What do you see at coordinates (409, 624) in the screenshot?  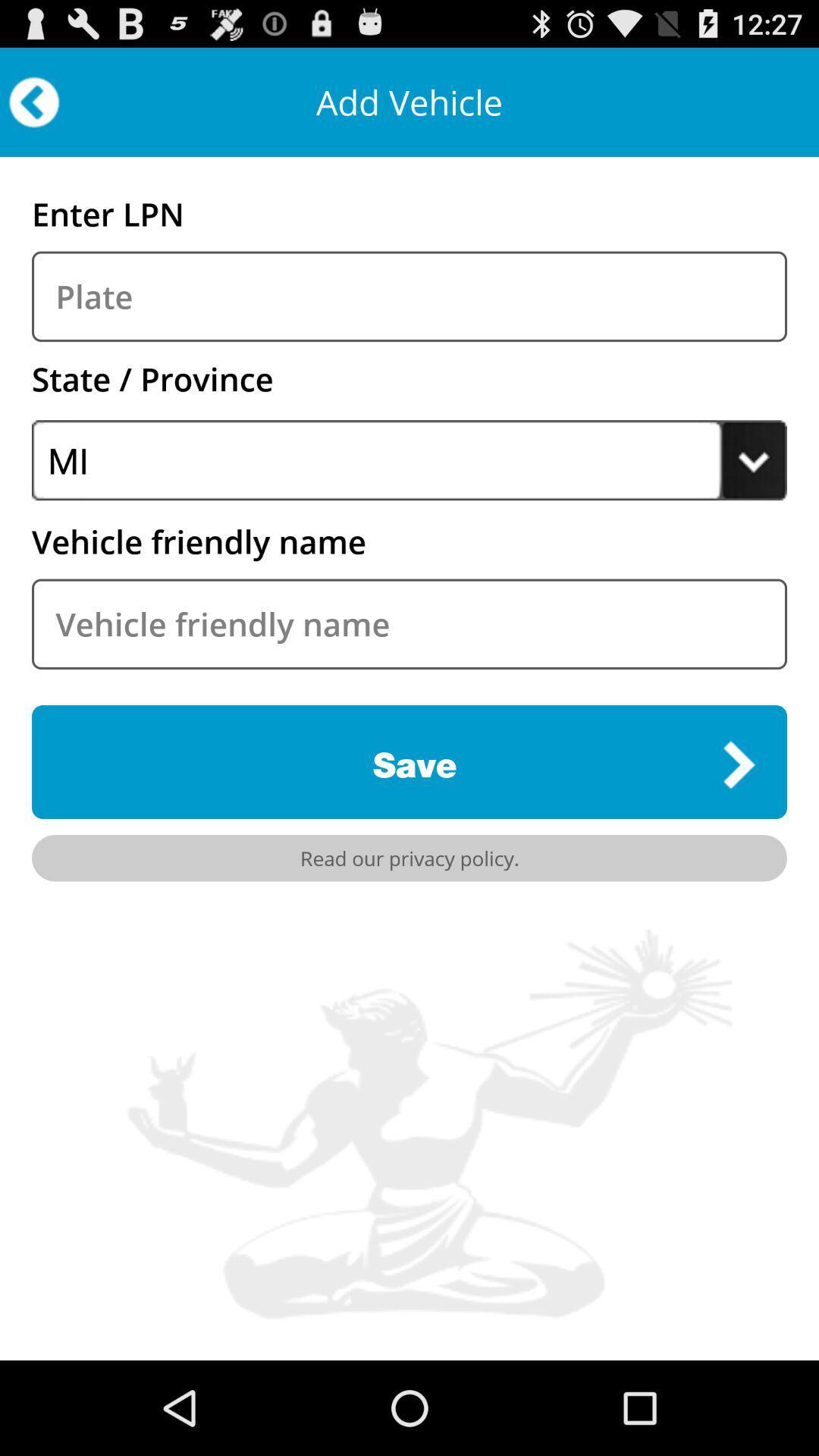 I see `friently name` at bounding box center [409, 624].